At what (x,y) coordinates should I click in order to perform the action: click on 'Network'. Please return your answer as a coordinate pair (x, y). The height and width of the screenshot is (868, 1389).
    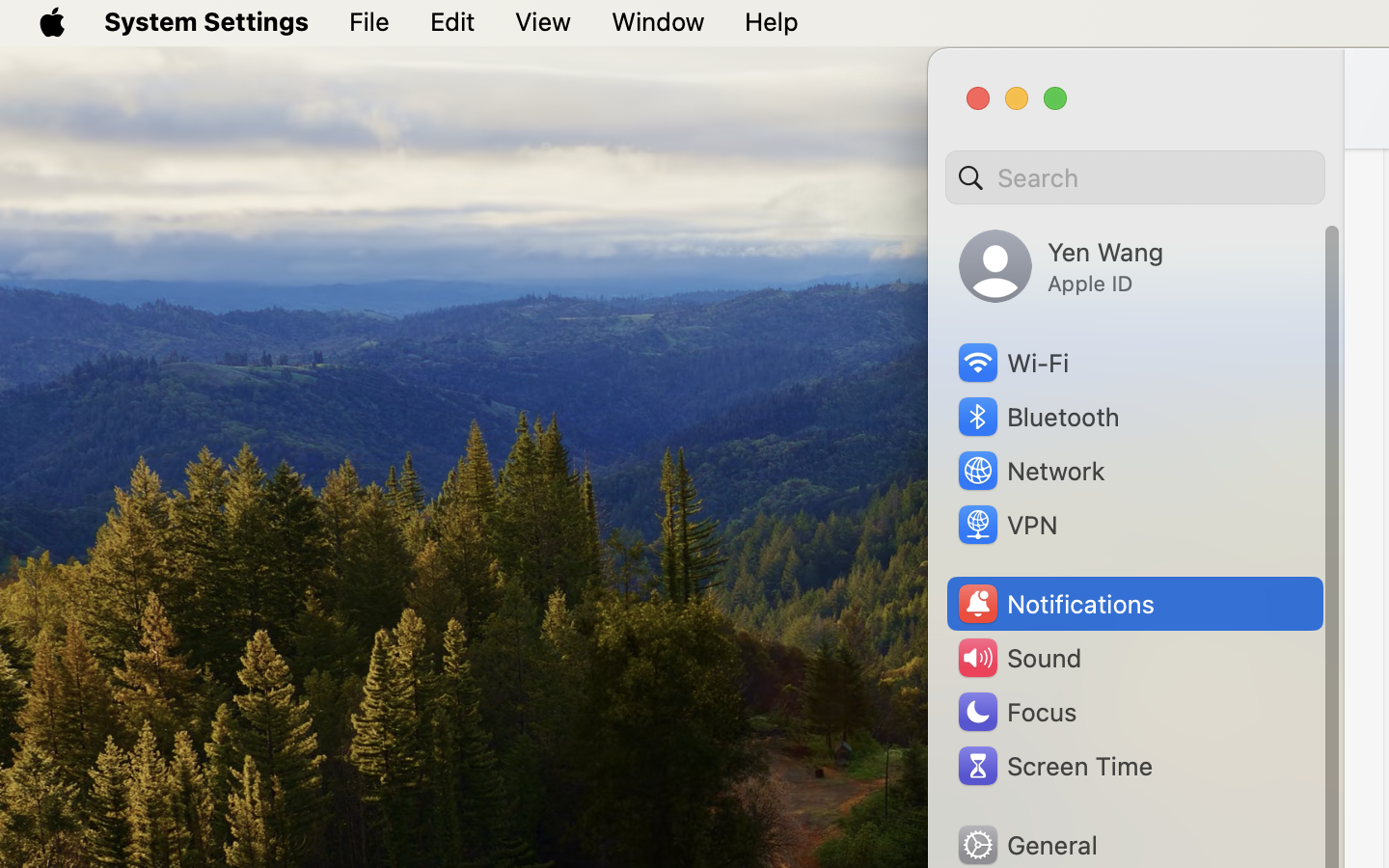
    Looking at the image, I should click on (1030, 469).